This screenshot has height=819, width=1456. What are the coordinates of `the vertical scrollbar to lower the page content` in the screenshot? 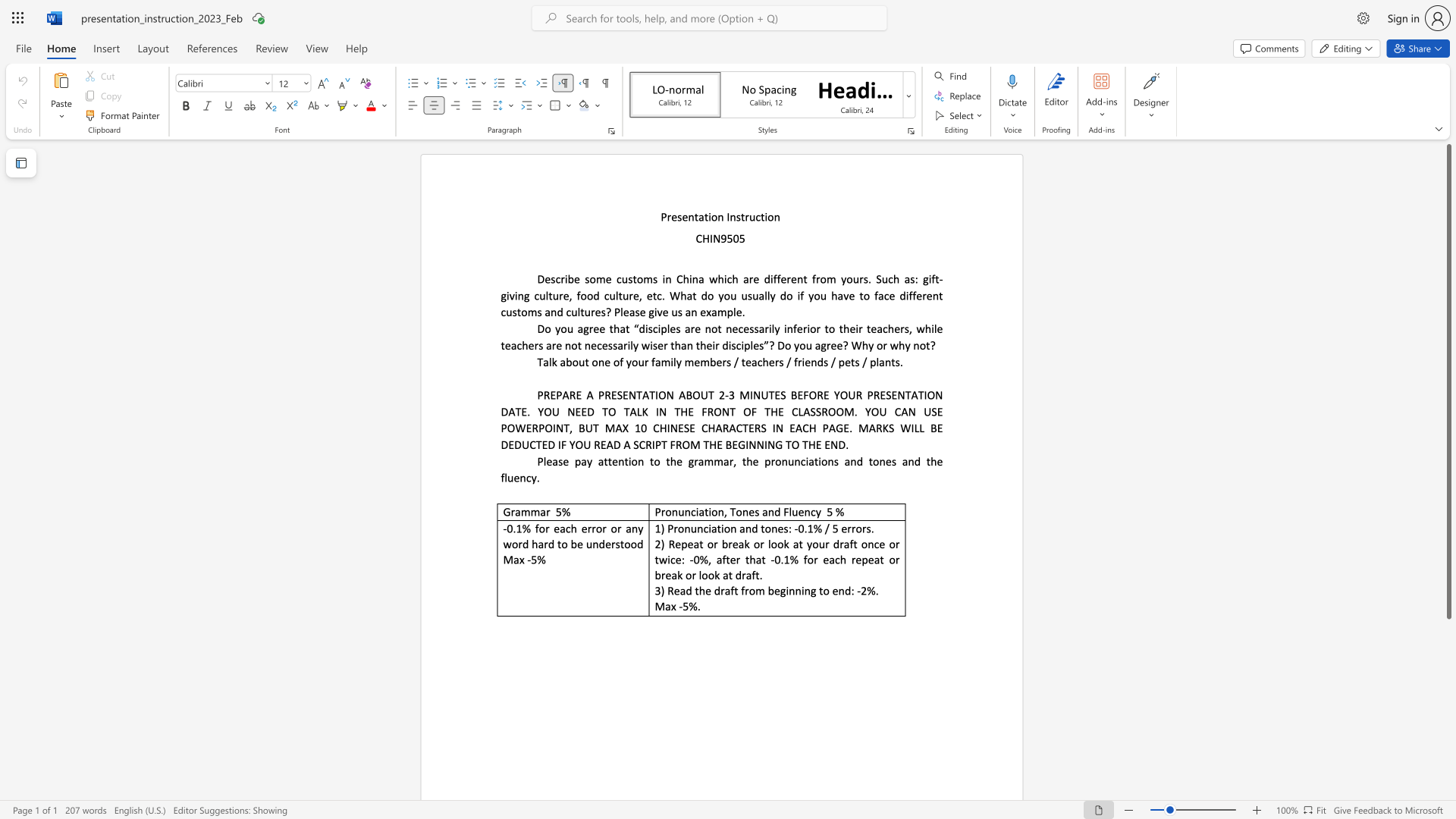 It's located at (1448, 751).